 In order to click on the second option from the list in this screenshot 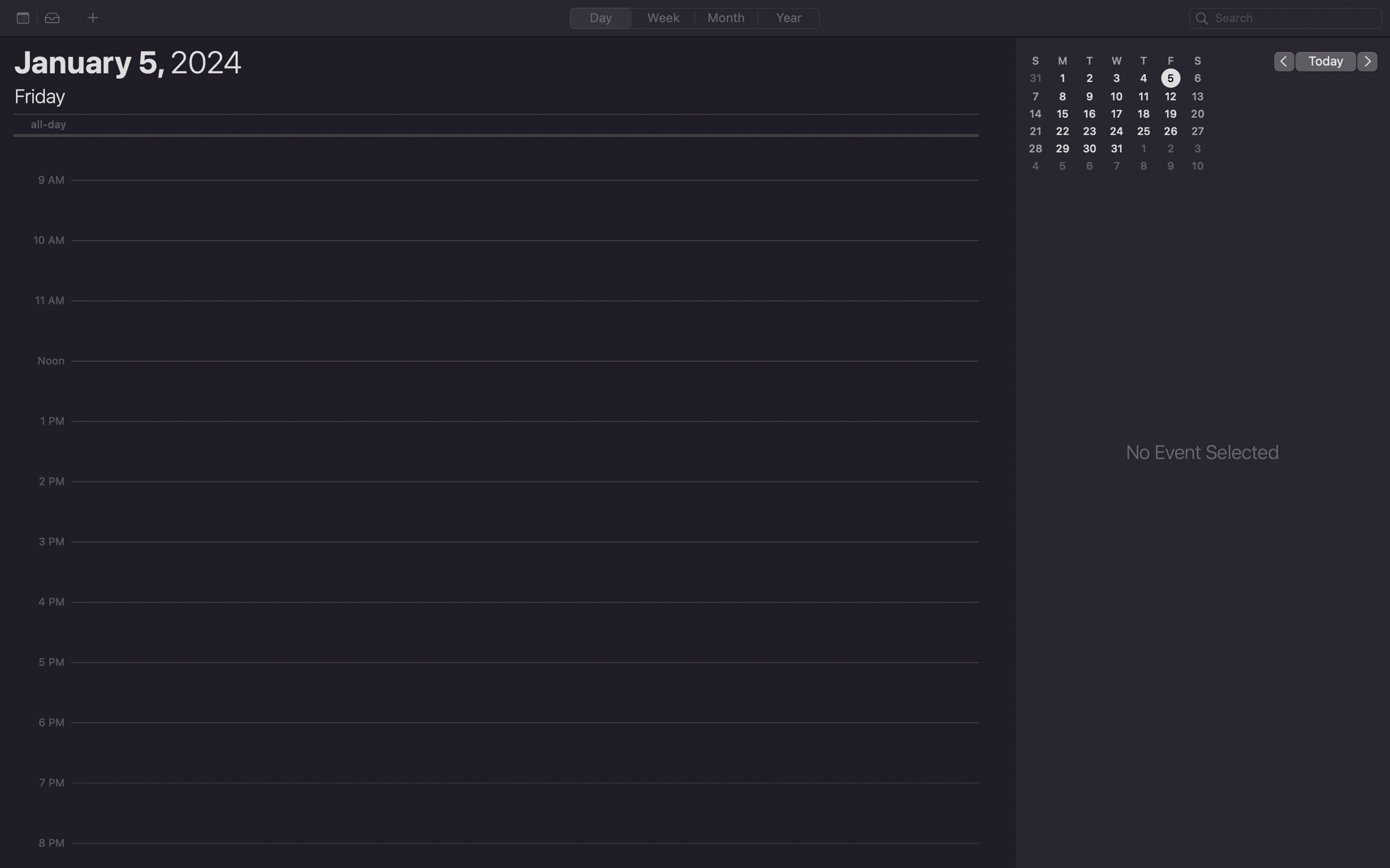, I will do `click(52, 18)`.